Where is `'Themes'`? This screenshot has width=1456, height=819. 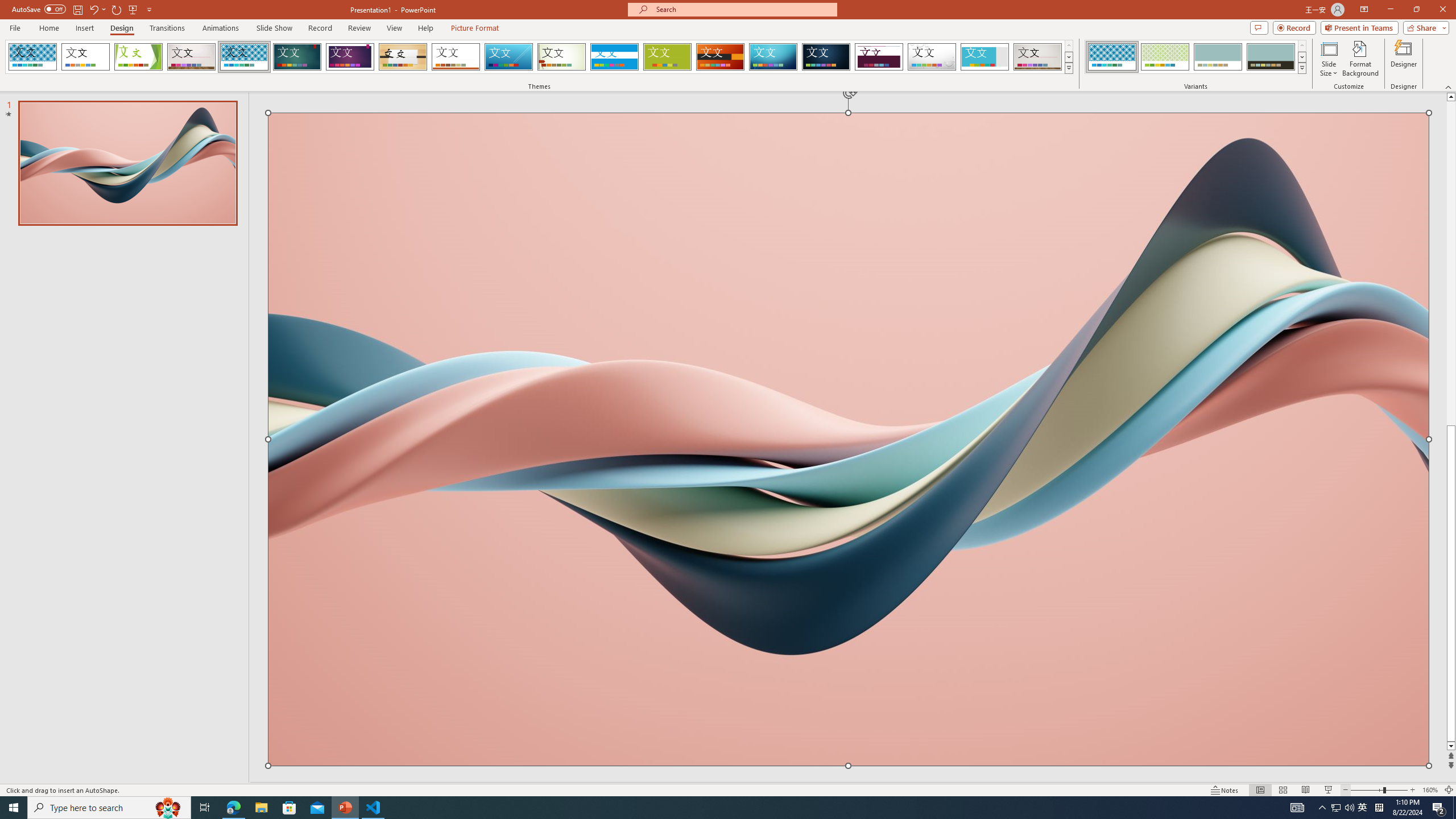 'Themes' is located at coordinates (1069, 67).